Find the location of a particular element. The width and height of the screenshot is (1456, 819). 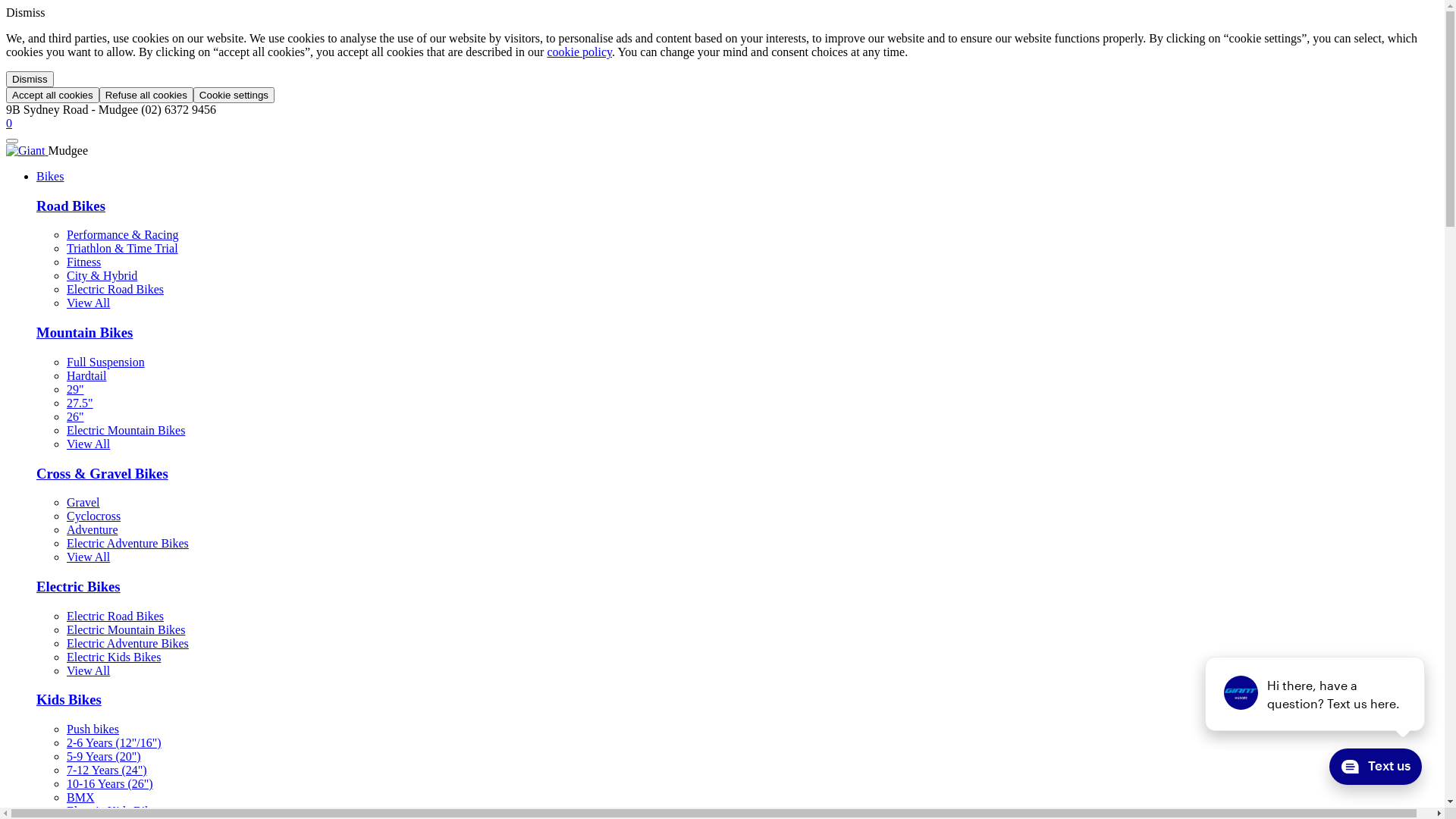

'podium webchat widget bubble' is located at coordinates (1291, 769).